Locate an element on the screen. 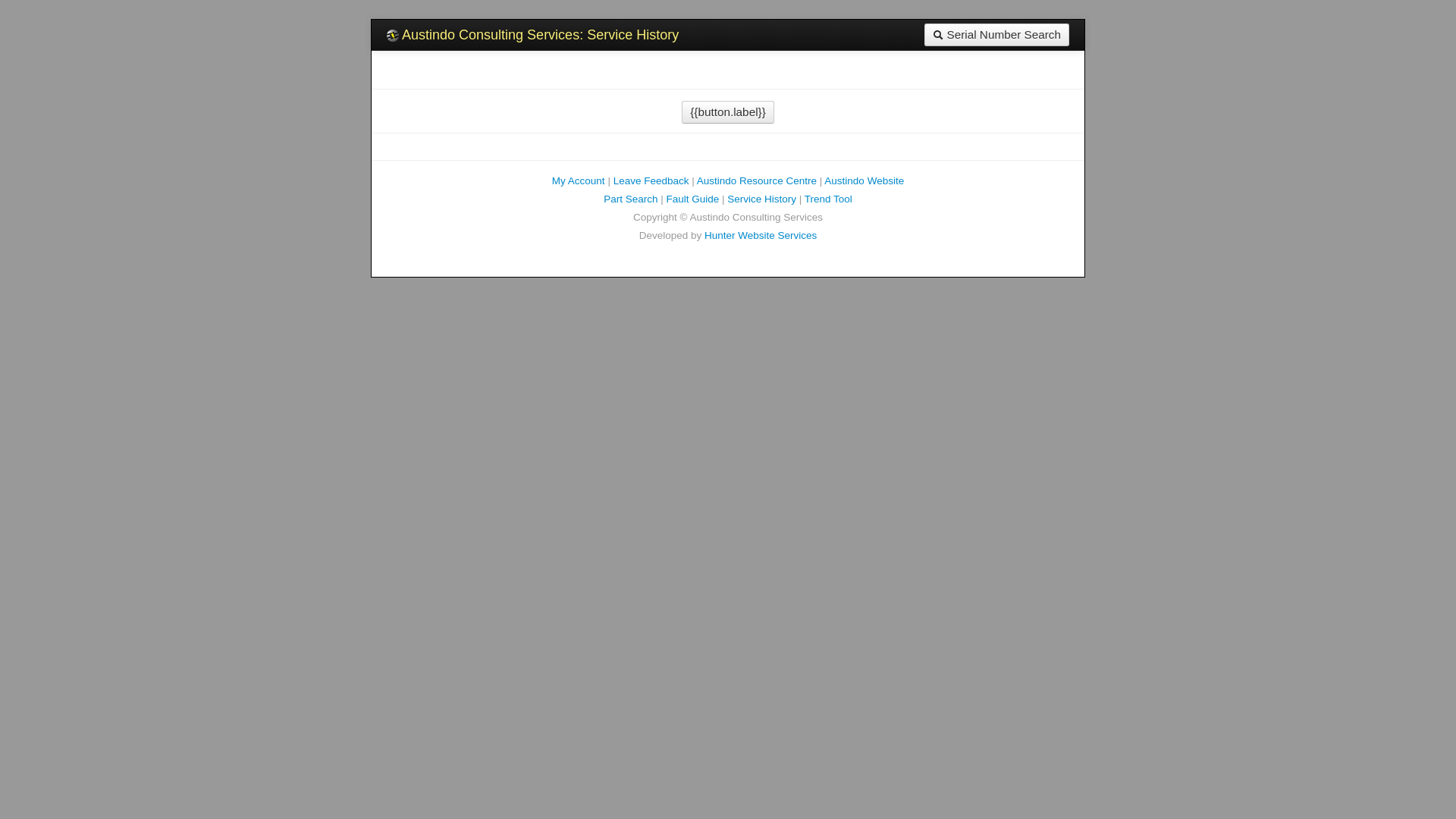 This screenshot has width=1456, height=819. 'Leave Feedback' is located at coordinates (651, 180).